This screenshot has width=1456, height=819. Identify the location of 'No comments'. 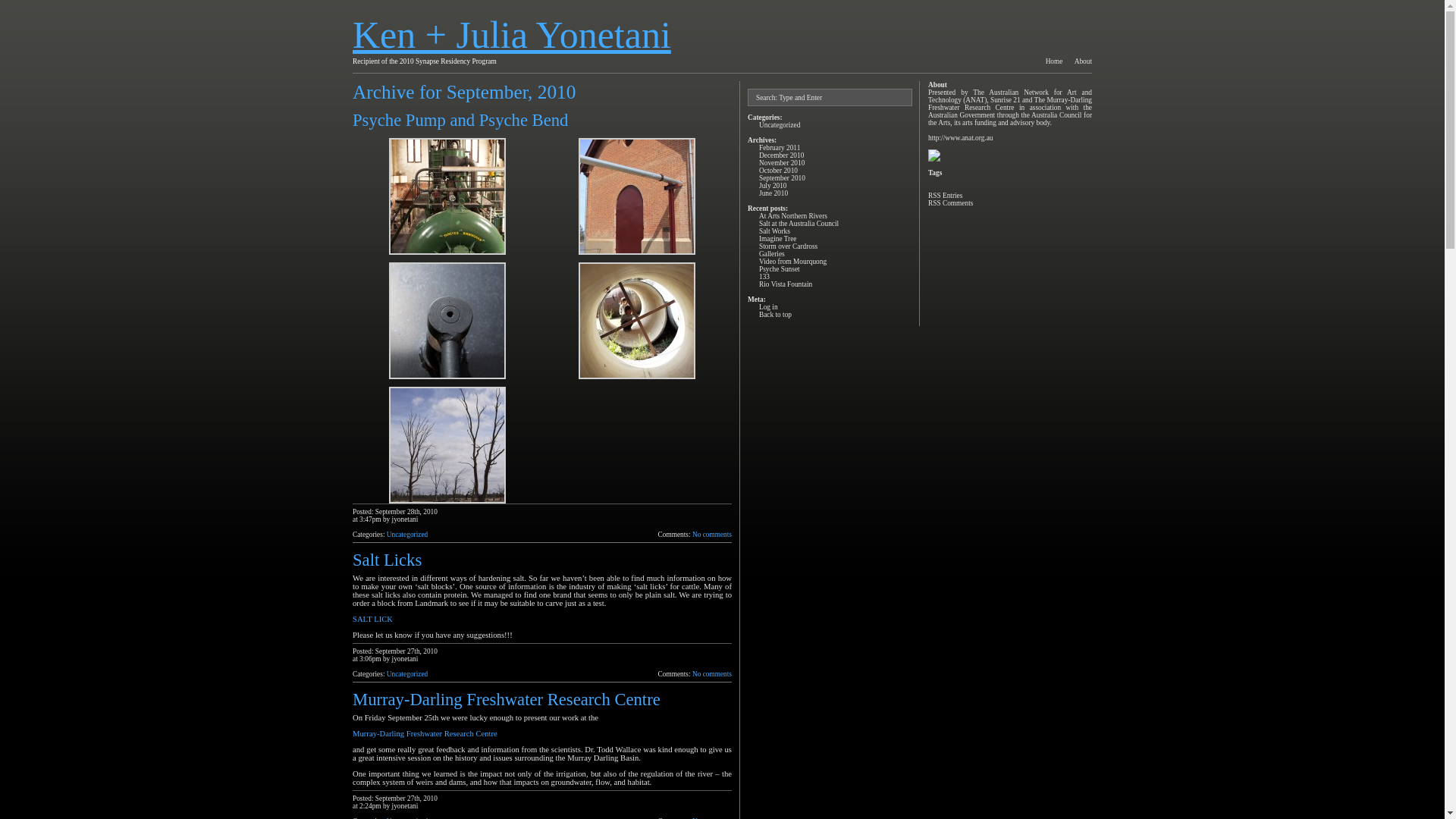
(711, 673).